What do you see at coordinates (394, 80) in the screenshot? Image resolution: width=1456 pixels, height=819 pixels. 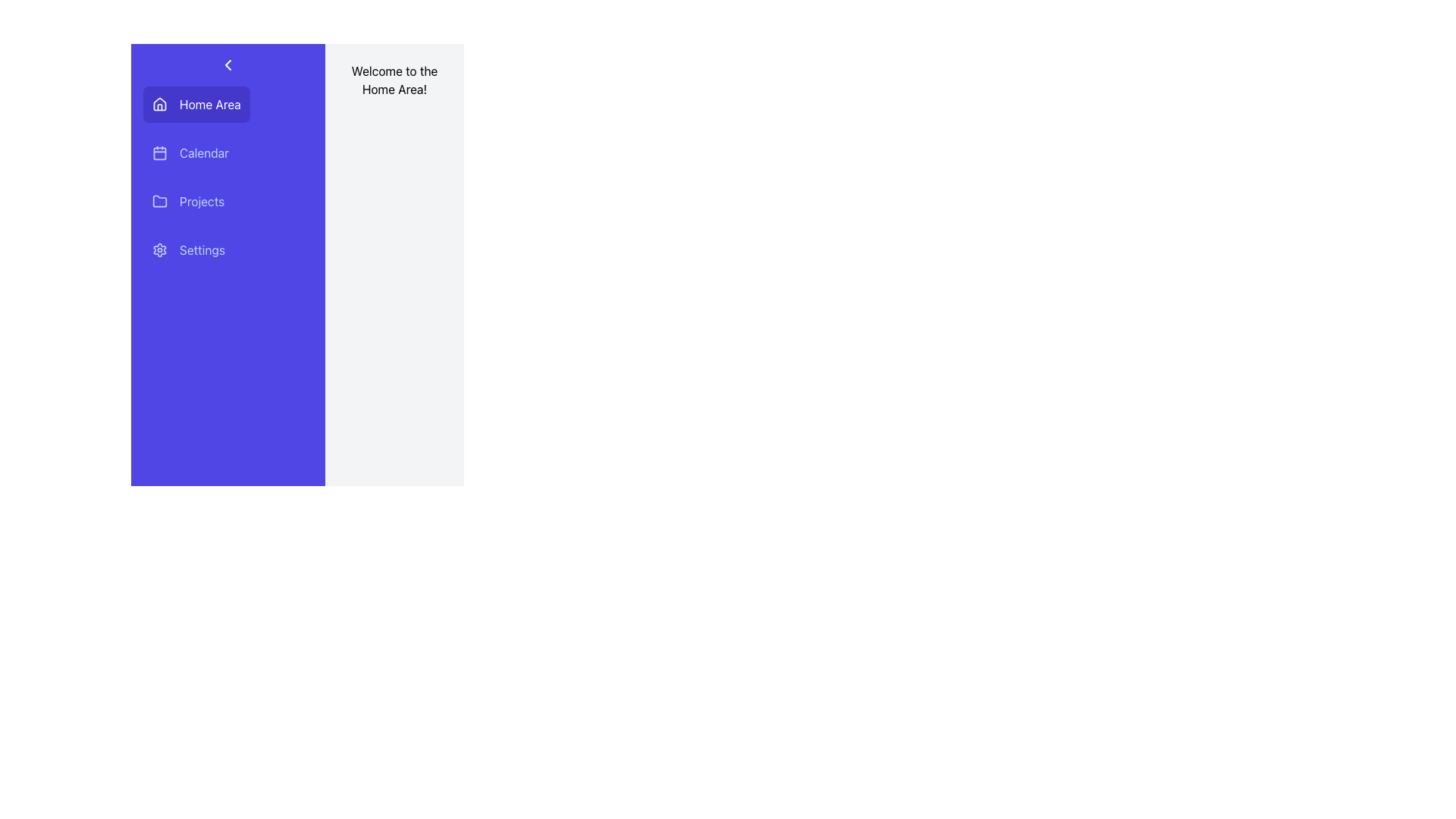 I see `text from the prominently displayed text label that says 'Welcome to the Home Area!' located in the top-right portion of the interface within a light gray rectangular area` at bounding box center [394, 80].